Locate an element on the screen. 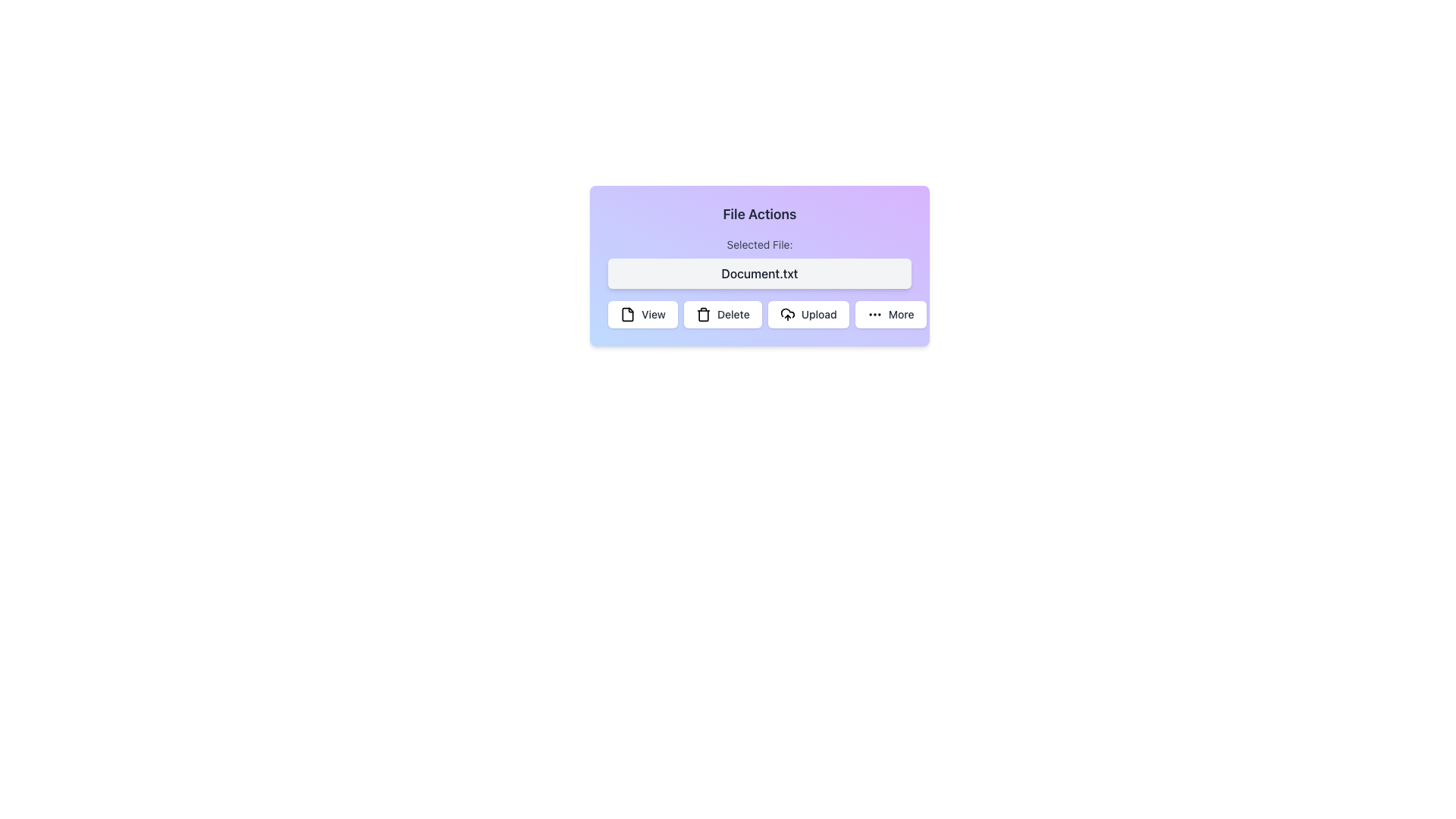  the static text label within the Delete button, which clarifies the button's function, positioned to the right of a trash can icon is located at coordinates (733, 314).